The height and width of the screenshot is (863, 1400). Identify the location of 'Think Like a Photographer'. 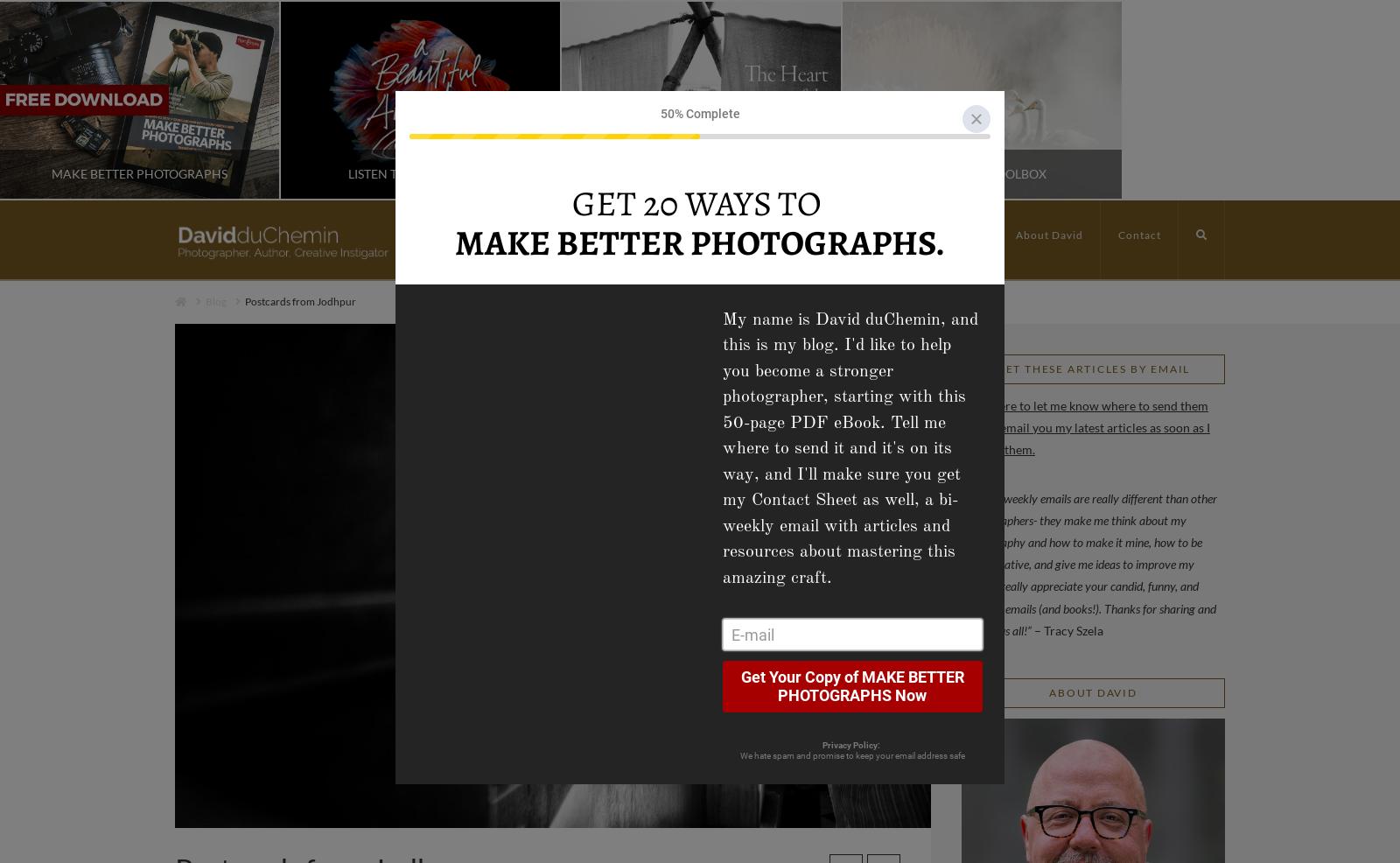
(611, 172).